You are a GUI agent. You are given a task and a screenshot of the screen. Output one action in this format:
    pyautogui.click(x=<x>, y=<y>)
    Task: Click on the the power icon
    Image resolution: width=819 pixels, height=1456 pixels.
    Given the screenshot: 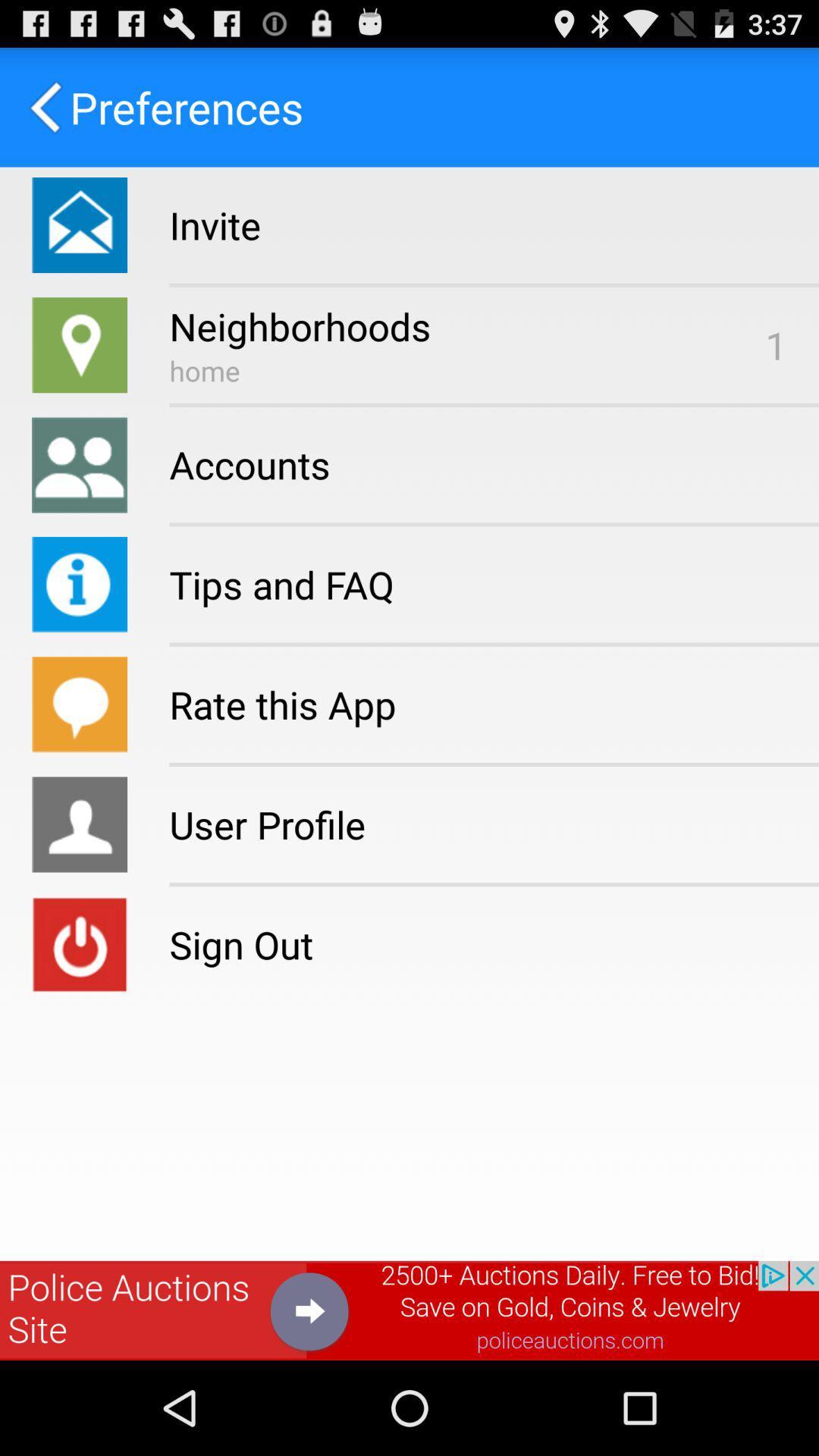 What is the action you would take?
    pyautogui.click(x=79, y=1011)
    